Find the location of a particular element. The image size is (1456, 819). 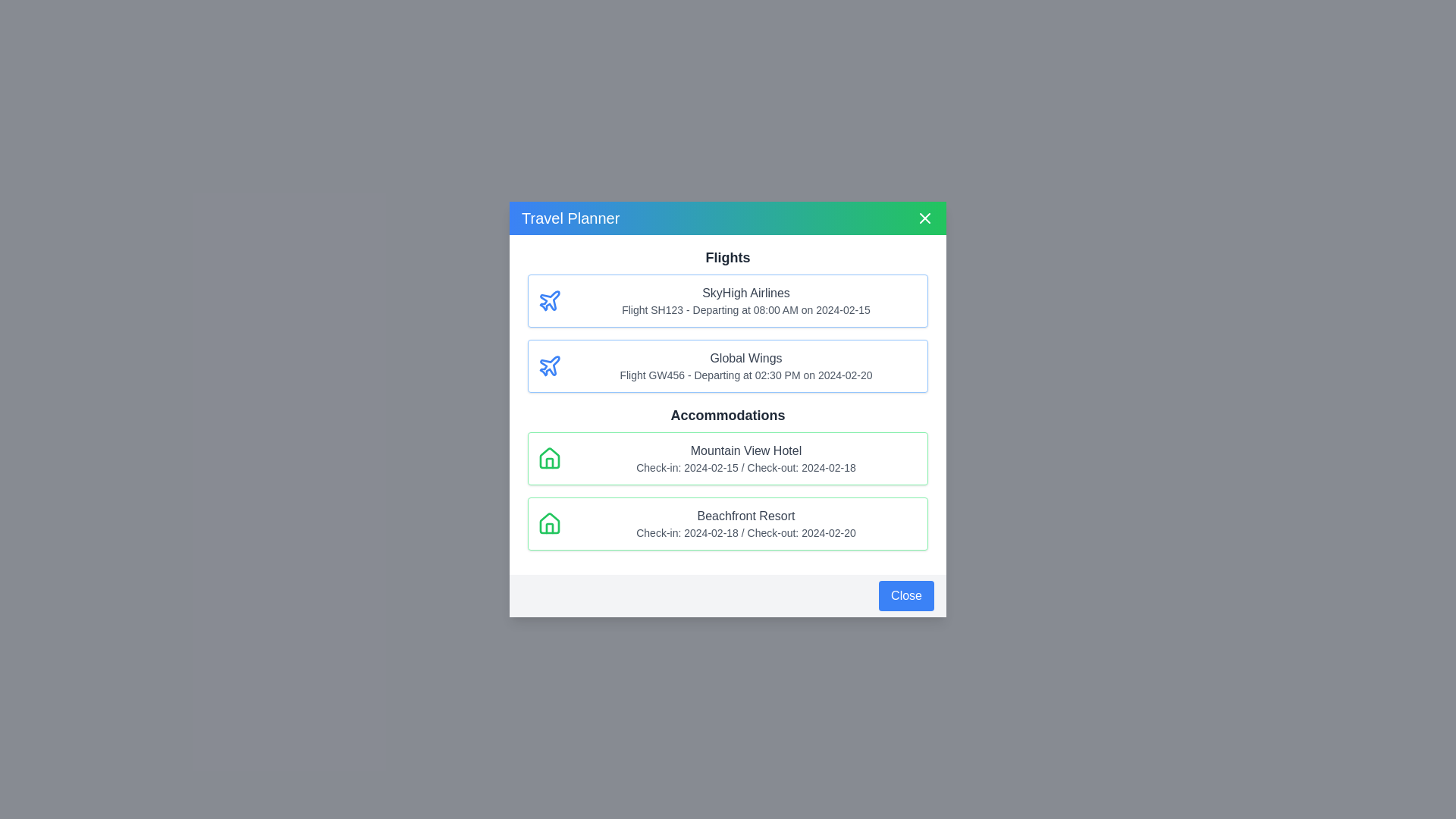

the 'Travel Planner' static text label displayed in a bold and large font at the center of the header area of the dialog box is located at coordinates (570, 218).